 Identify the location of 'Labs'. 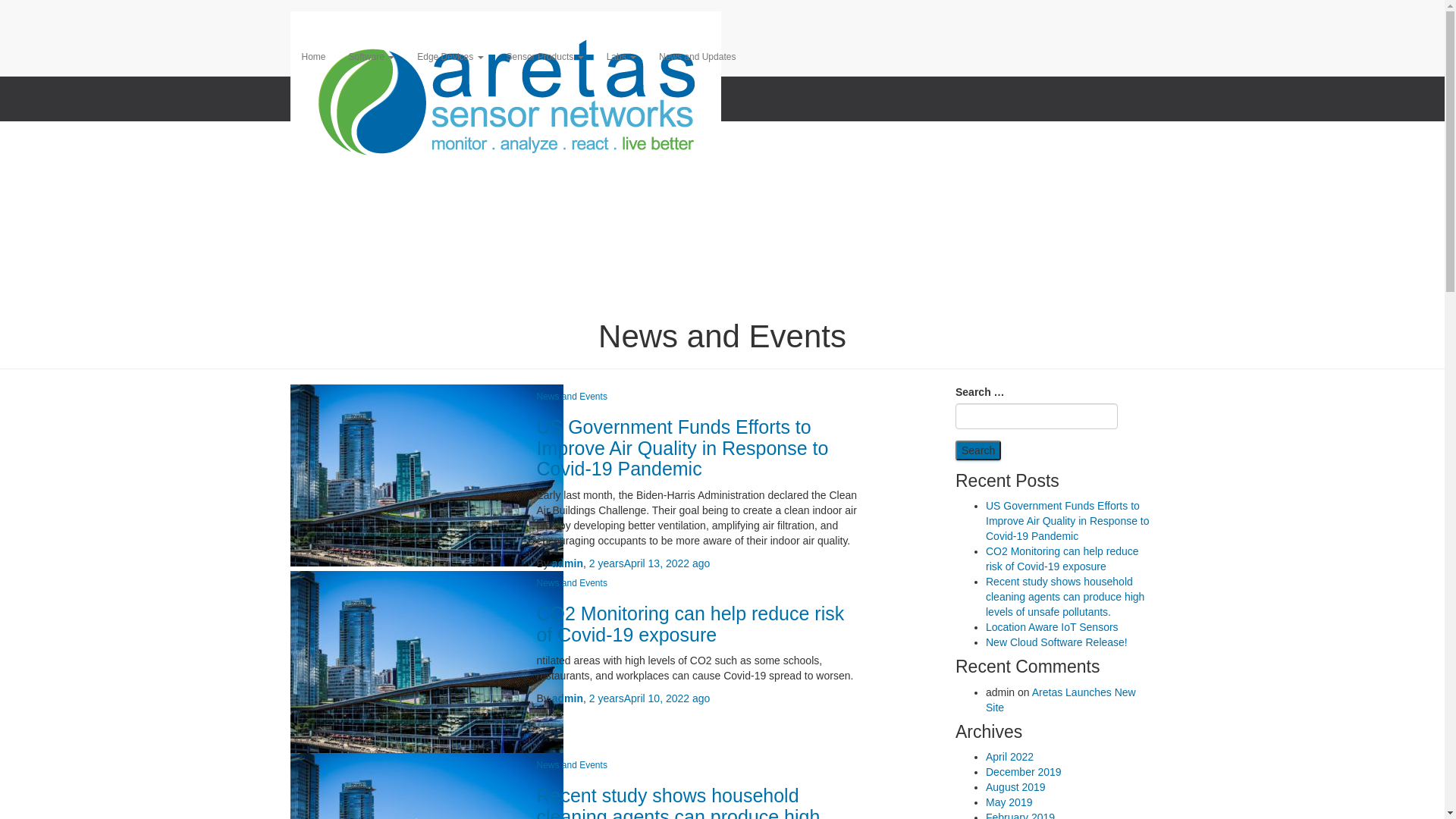
(621, 55).